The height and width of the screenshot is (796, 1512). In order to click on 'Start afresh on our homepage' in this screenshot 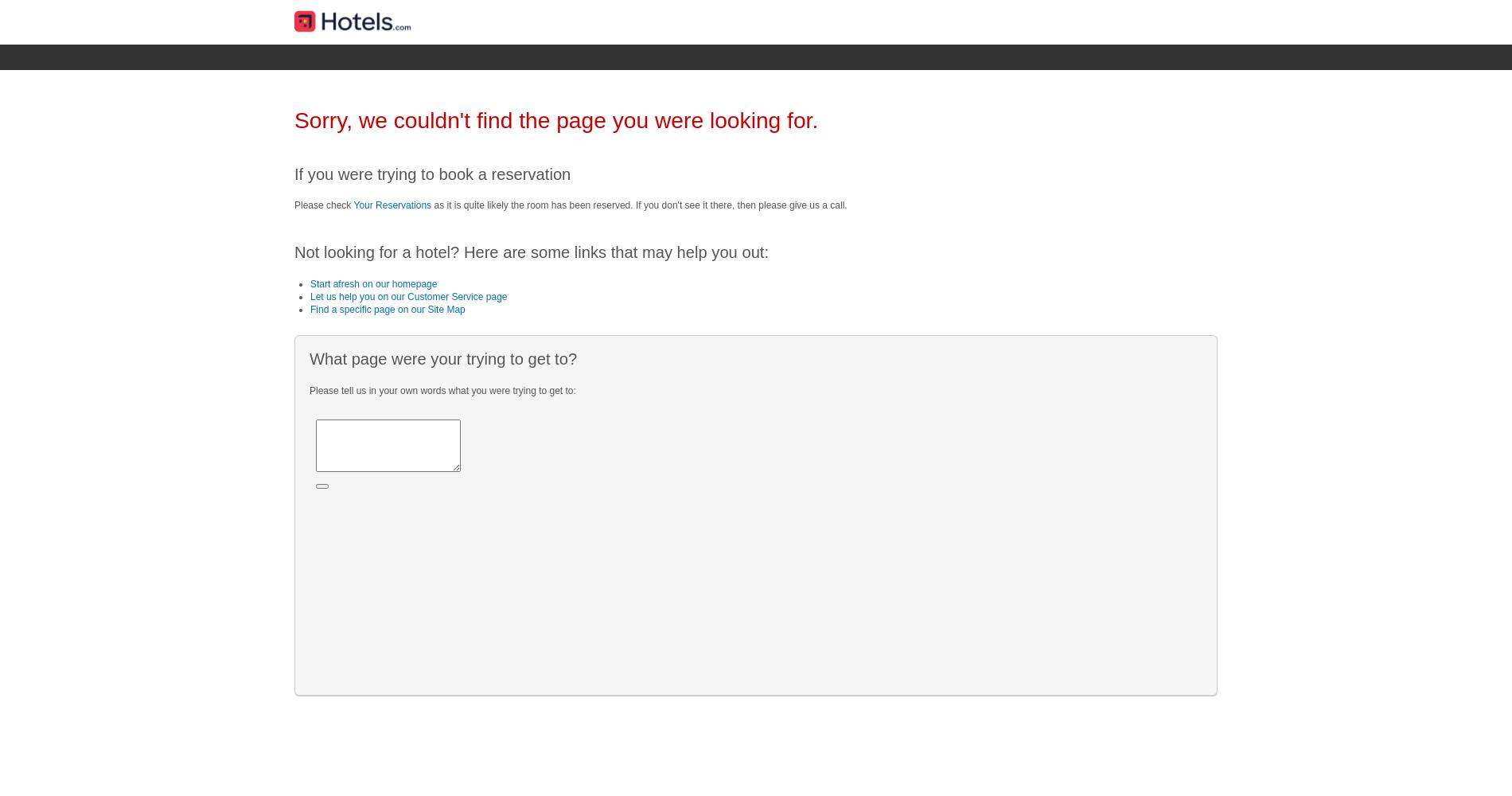, I will do `click(372, 283)`.